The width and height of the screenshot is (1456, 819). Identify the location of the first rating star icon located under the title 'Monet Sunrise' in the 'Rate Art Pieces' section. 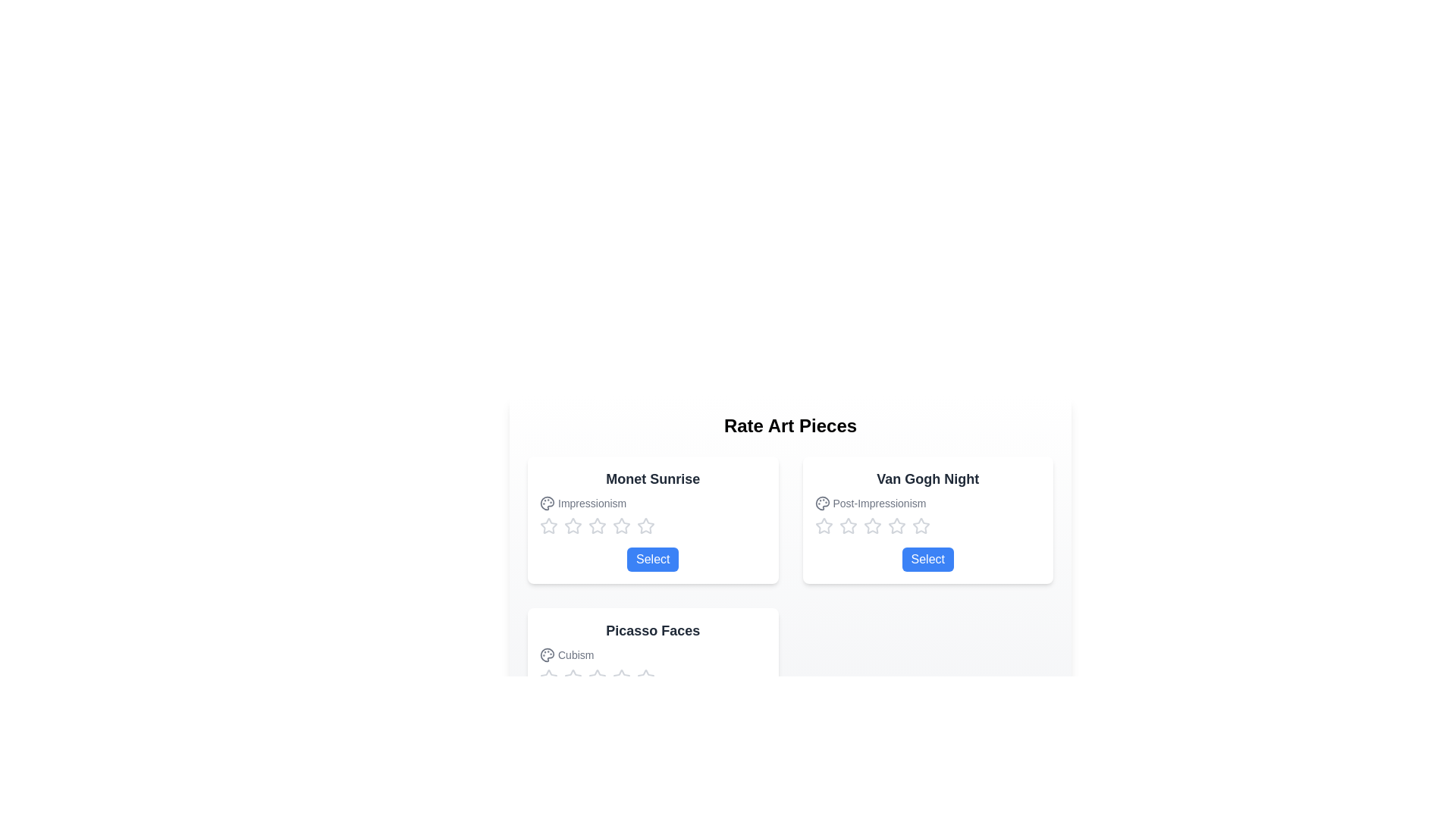
(548, 526).